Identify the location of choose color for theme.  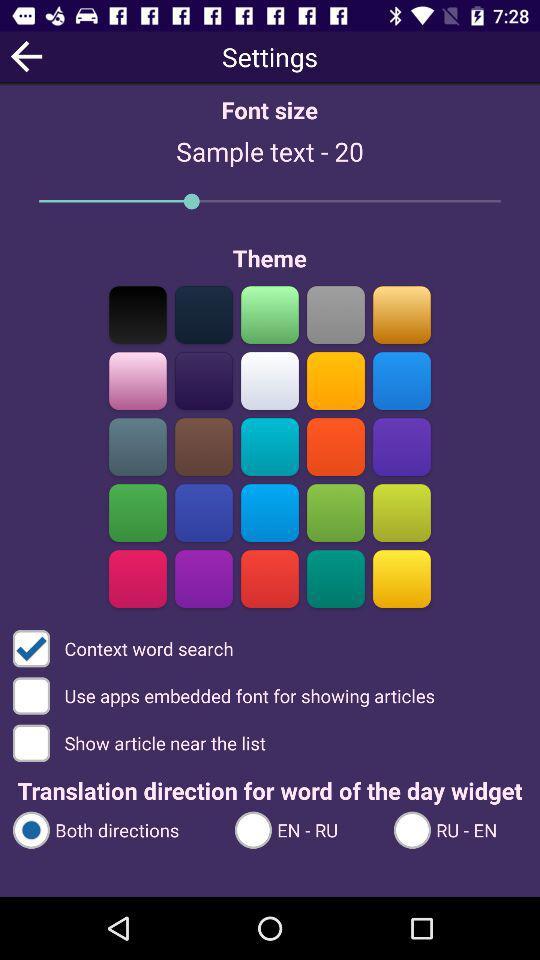
(203, 446).